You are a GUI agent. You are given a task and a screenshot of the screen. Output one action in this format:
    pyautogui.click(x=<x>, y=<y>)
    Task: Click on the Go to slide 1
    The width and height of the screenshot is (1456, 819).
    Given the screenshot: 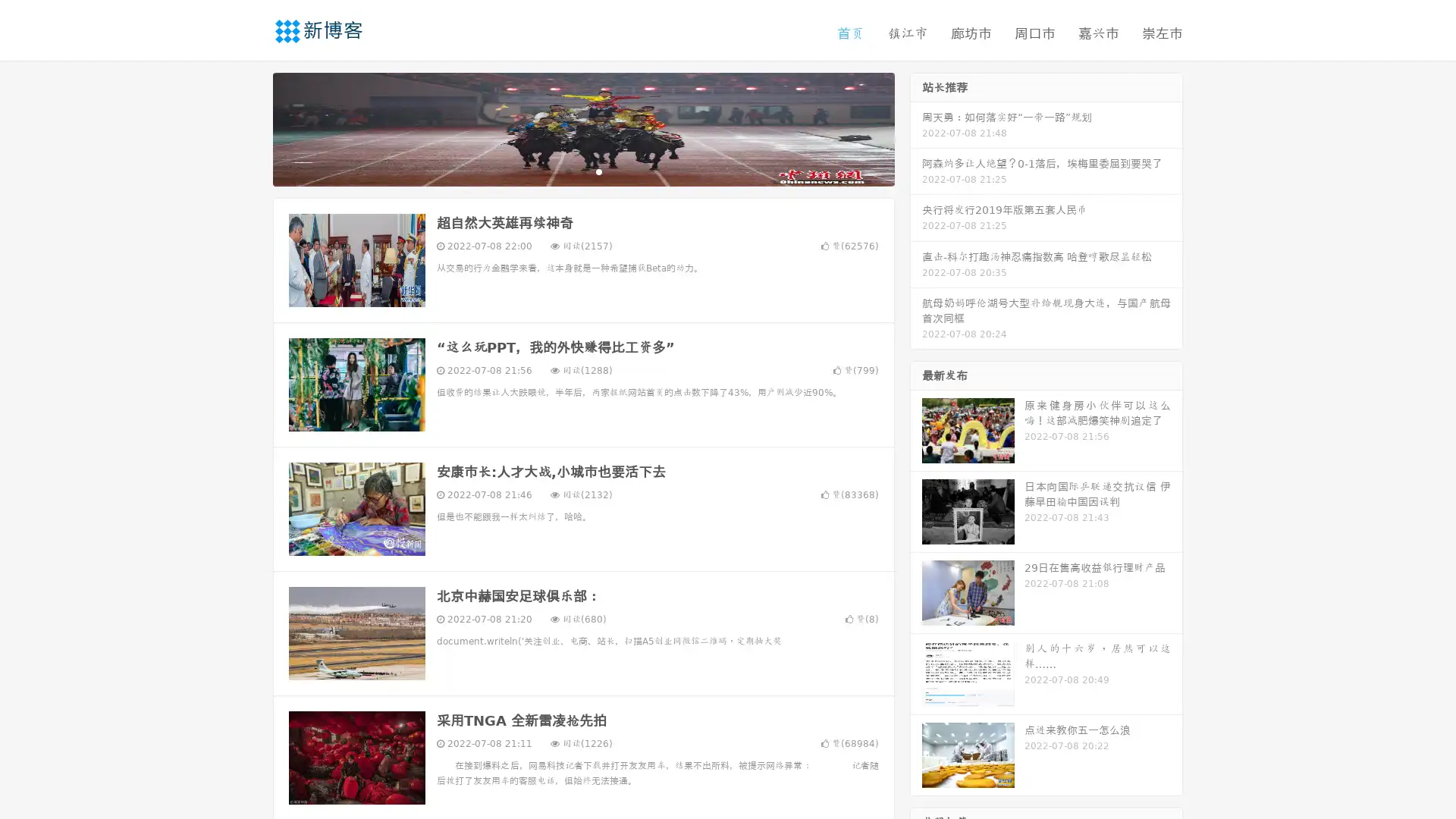 What is the action you would take?
    pyautogui.click(x=567, y=171)
    